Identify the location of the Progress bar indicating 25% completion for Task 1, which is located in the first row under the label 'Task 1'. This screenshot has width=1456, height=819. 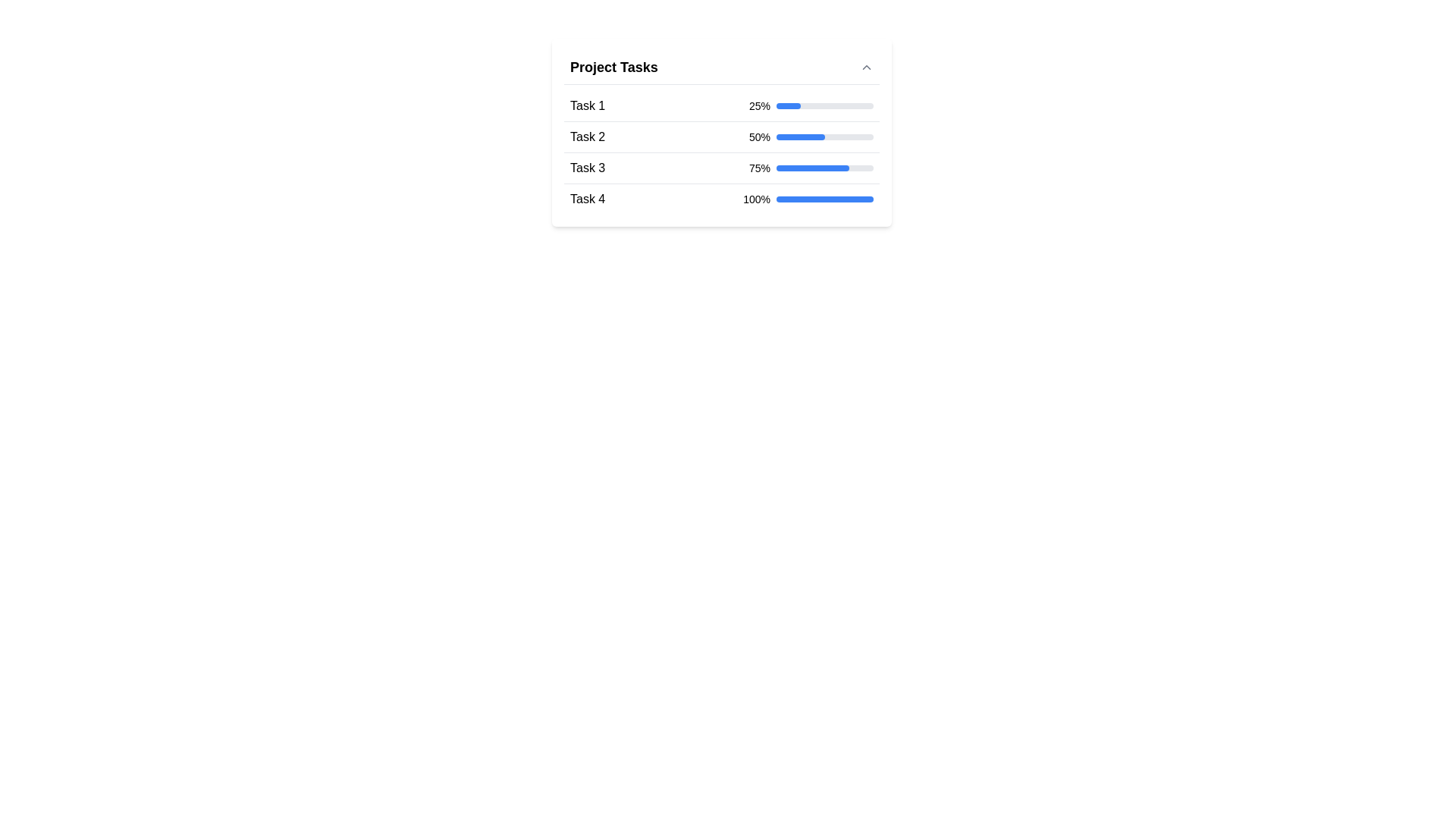
(824, 105).